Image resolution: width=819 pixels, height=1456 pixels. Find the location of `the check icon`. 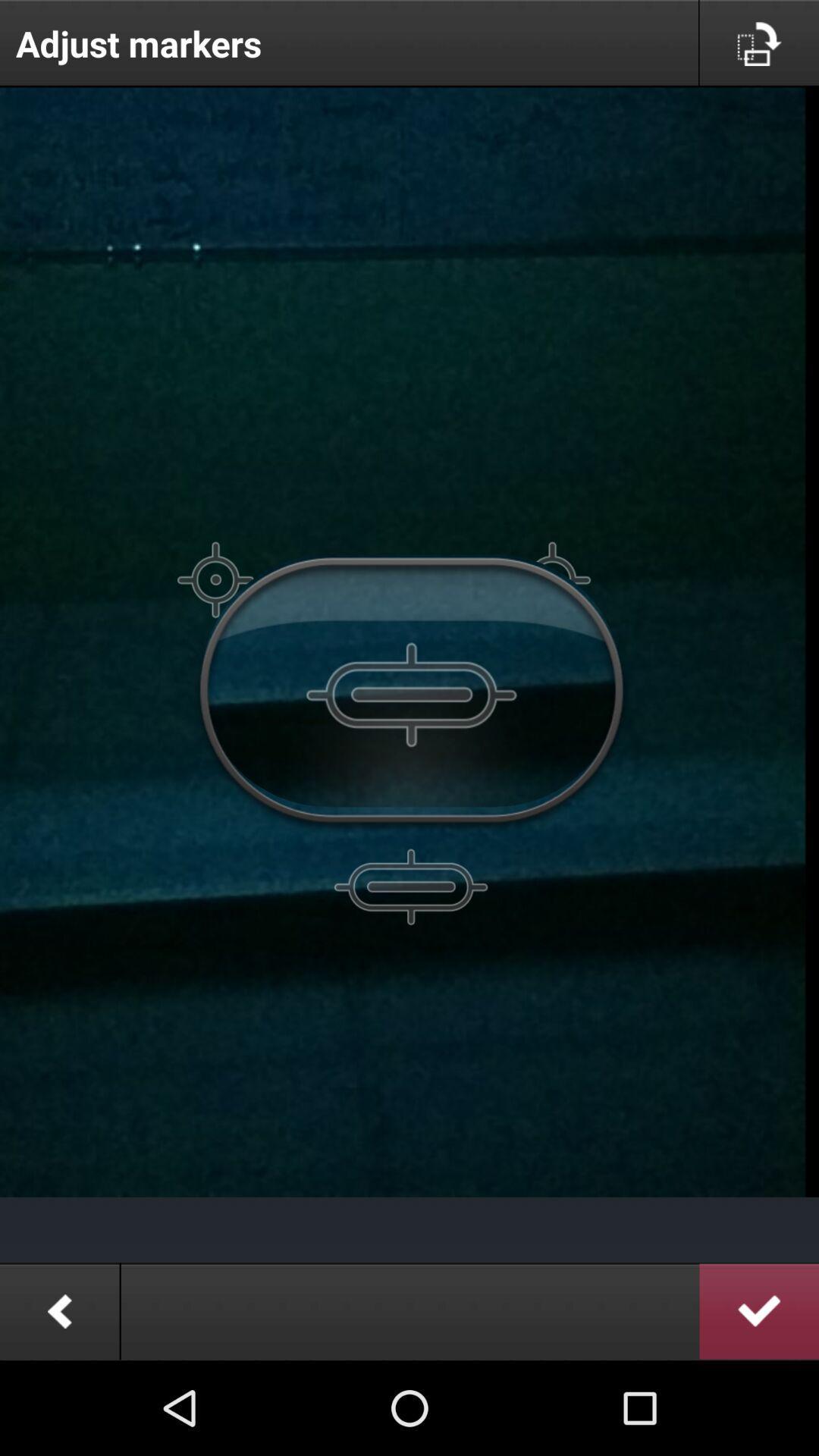

the check icon is located at coordinates (759, 1402).